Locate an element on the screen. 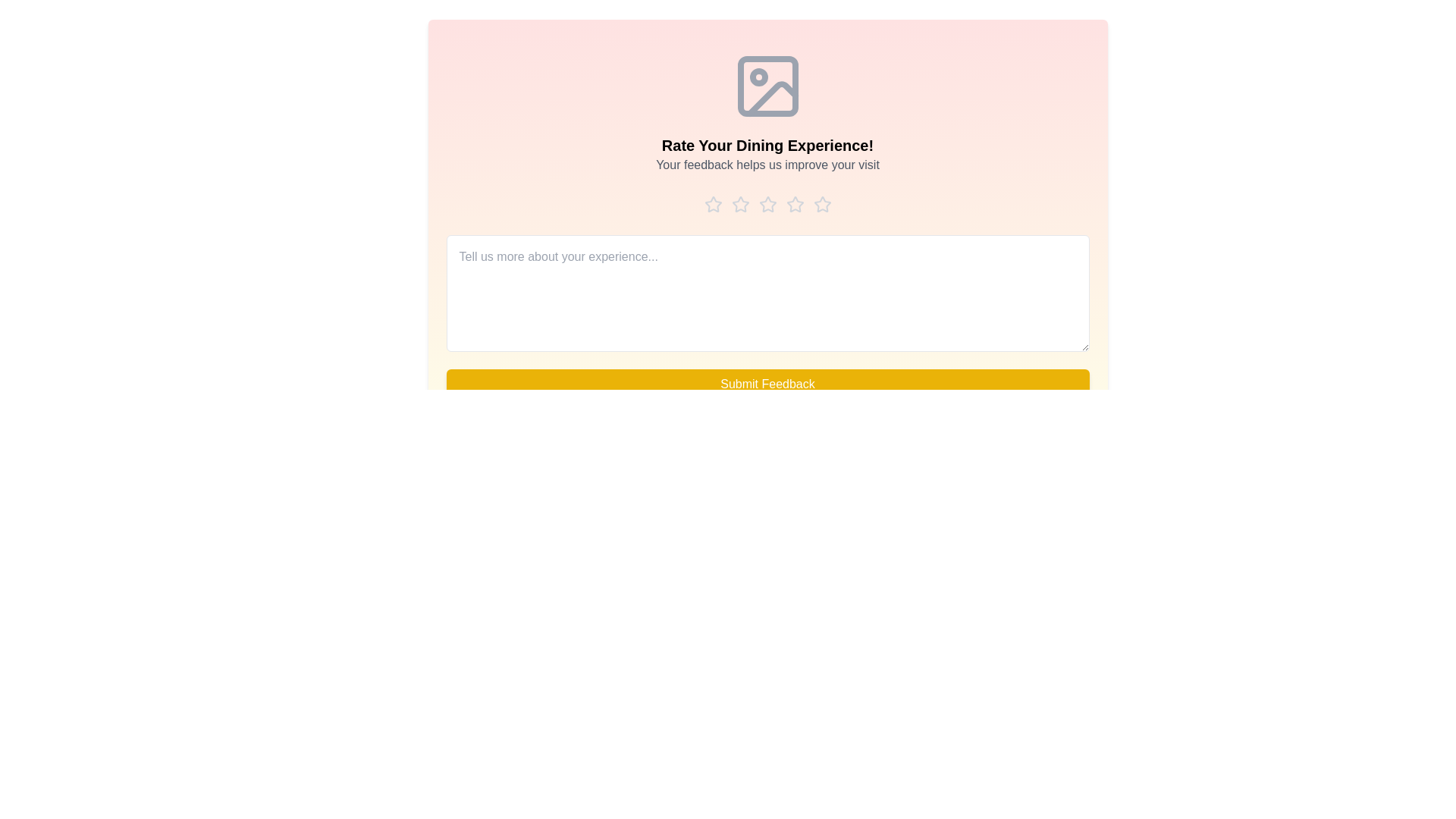  the star corresponding to the rating 1 to preview it is located at coordinates (712, 205).